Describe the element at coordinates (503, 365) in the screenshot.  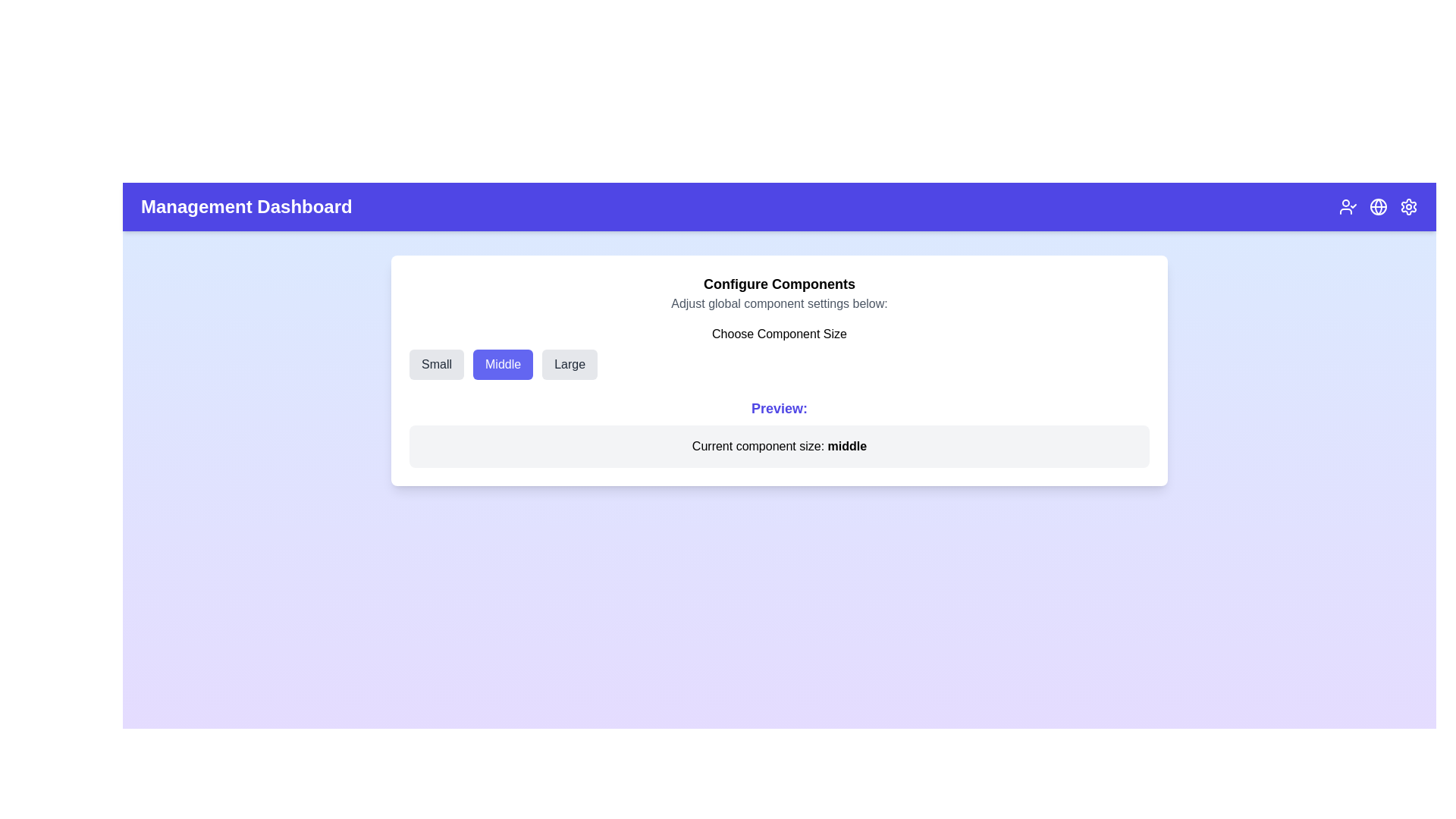
I see `the 'Middle' configuration button, which is the second of three horizontally arranged buttons` at that location.